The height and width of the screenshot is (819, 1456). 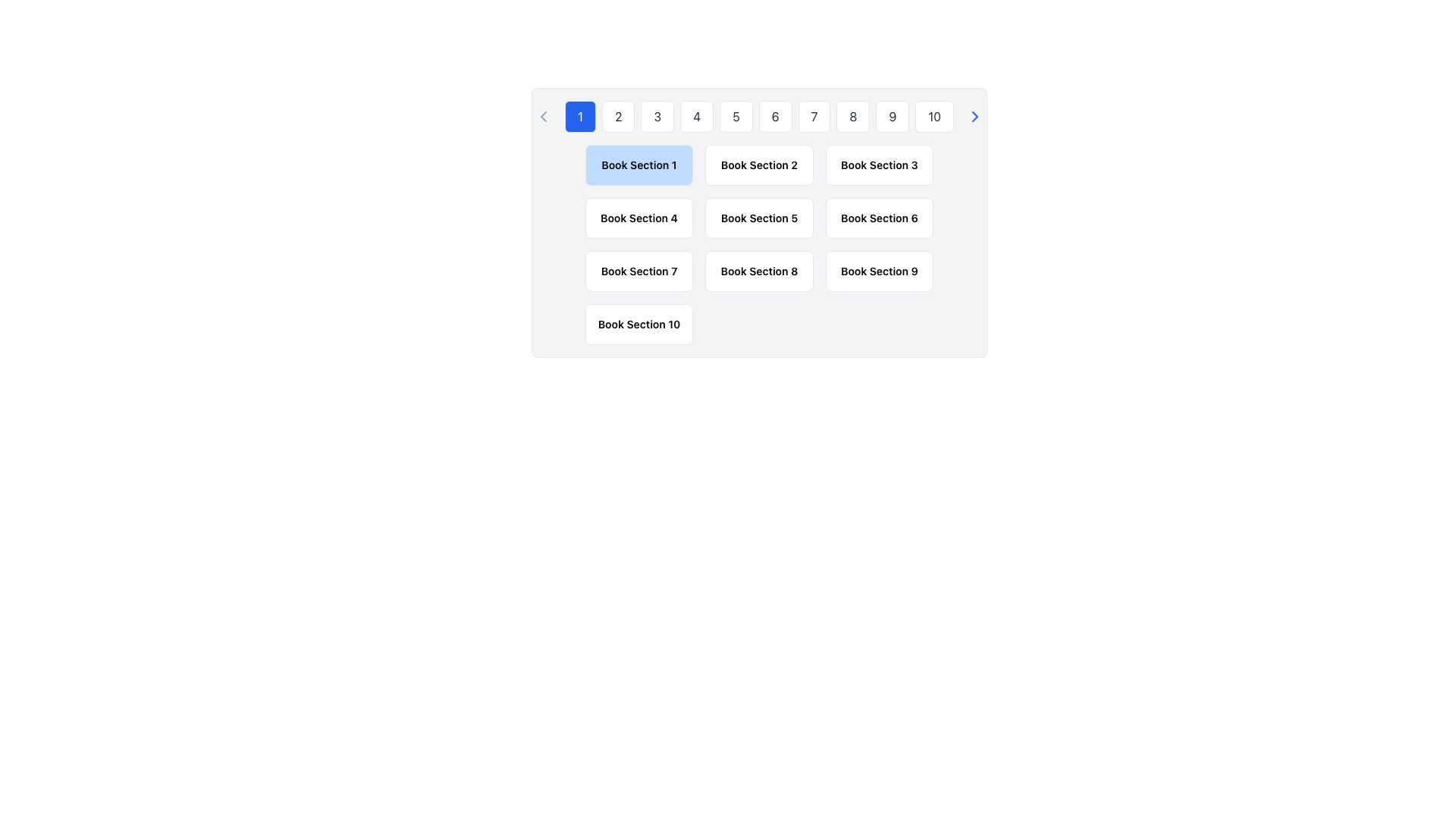 What do you see at coordinates (759, 271) in the screenshot?
I see `text of the label indicating 'Book Section 8', which serves as a header in the navigational interface` at bounding box center [759, 271].